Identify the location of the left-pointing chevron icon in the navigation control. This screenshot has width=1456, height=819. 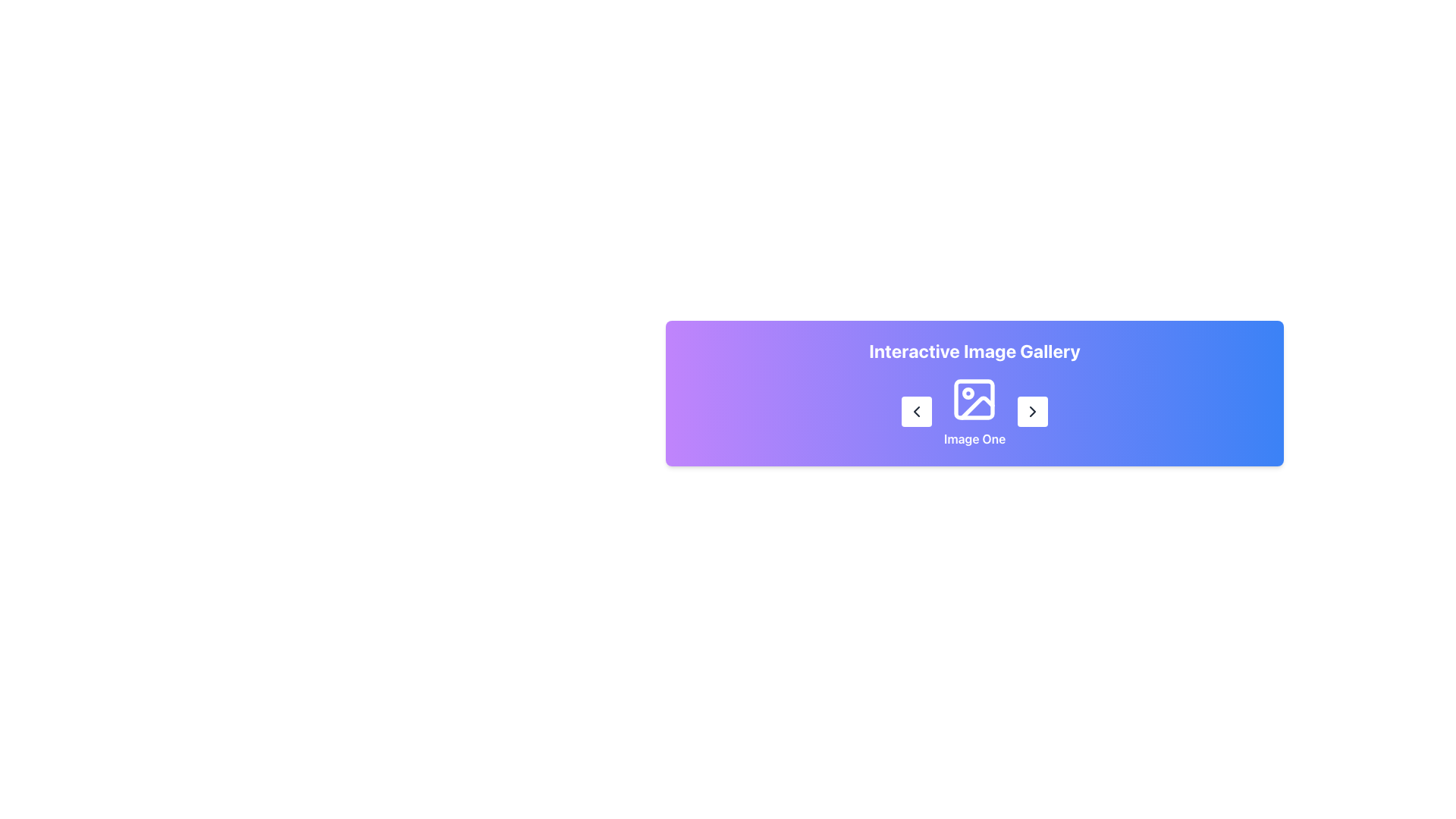
(915, 412).